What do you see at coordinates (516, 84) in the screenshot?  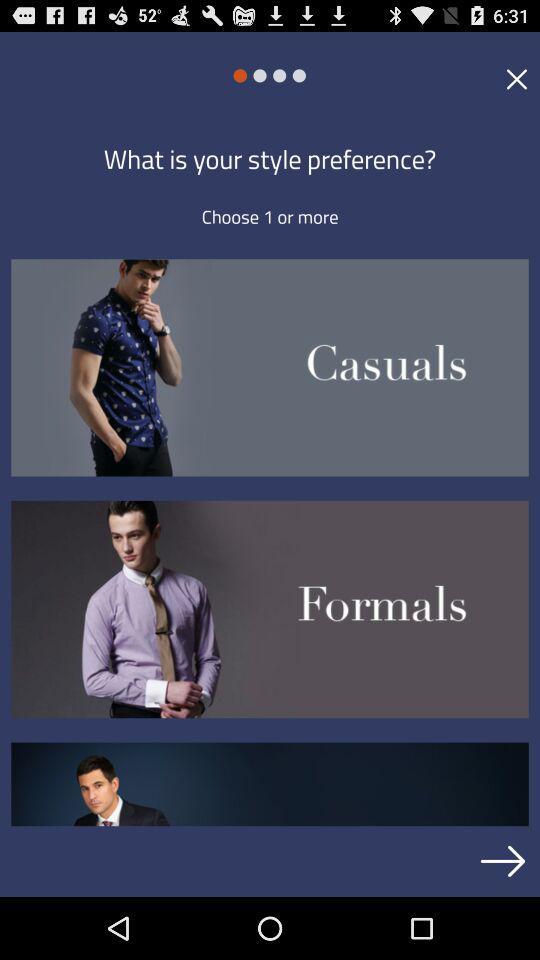 I see `the close icon` at bounding box center [516, 84].